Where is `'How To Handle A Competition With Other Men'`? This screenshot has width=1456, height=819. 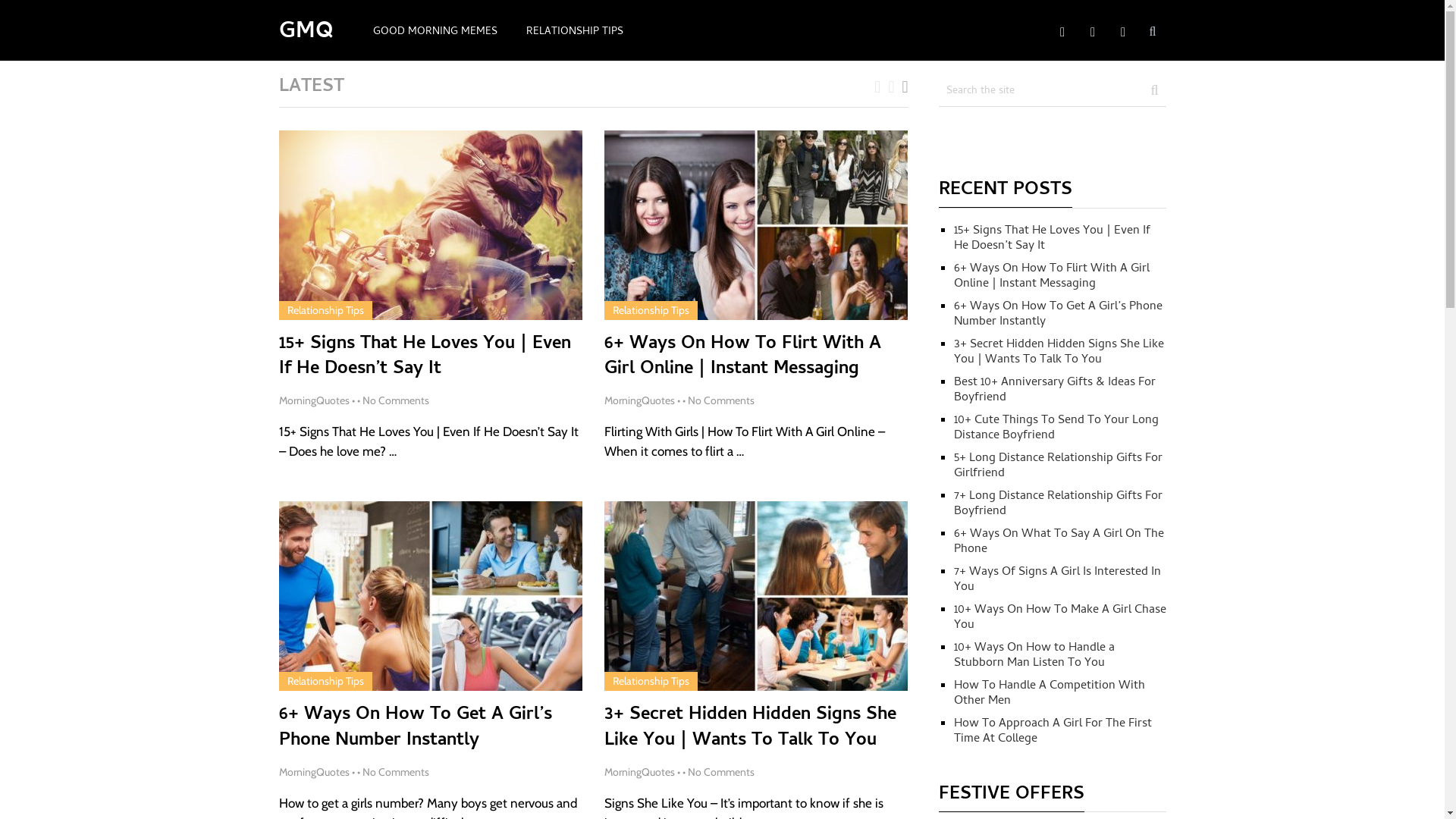
'How To Handle A Competition With Other Men' is located at coordinates (952, 693).